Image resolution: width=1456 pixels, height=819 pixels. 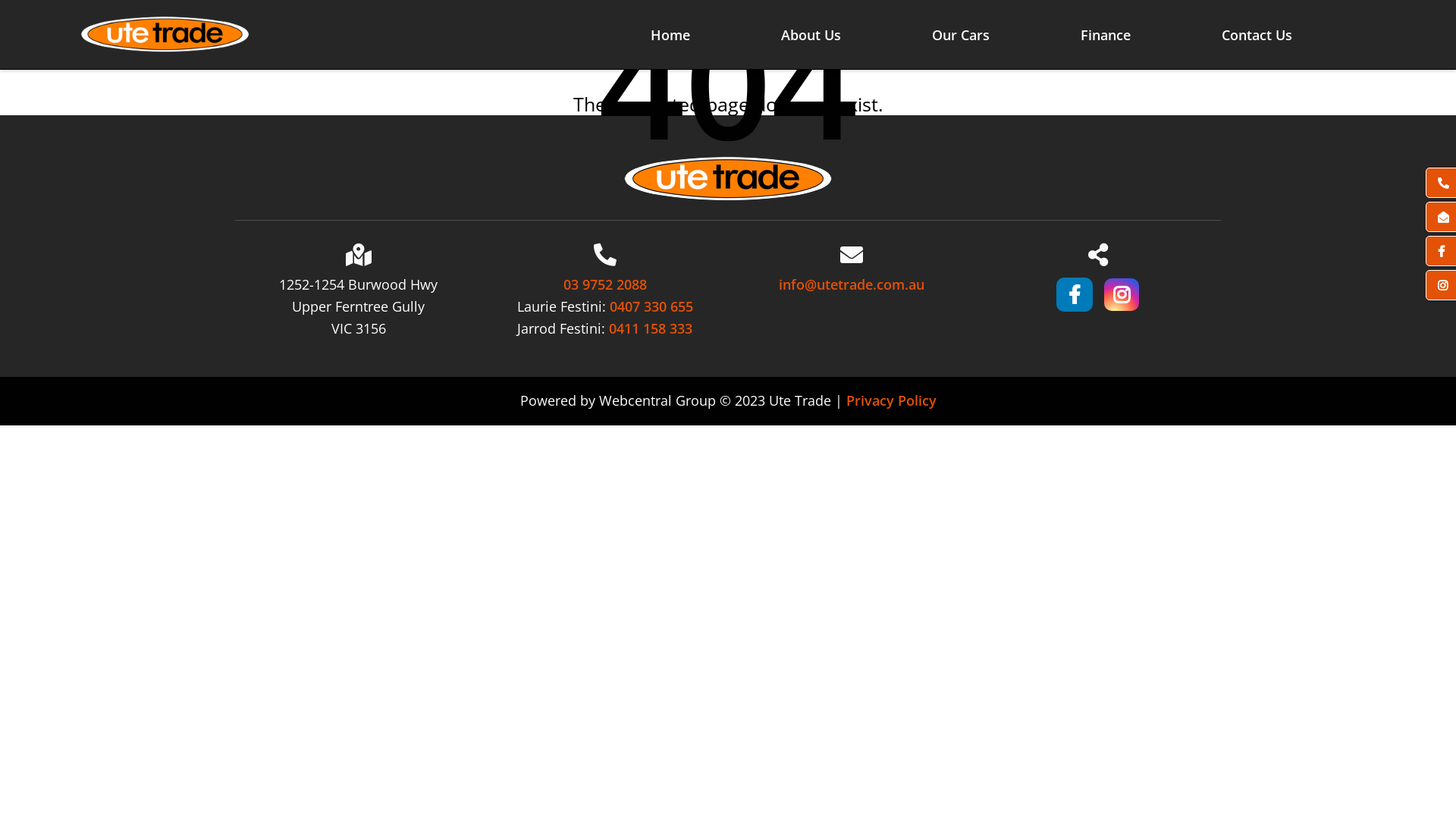 I want to click on '0407 330 655', so click(x=610, y=306).